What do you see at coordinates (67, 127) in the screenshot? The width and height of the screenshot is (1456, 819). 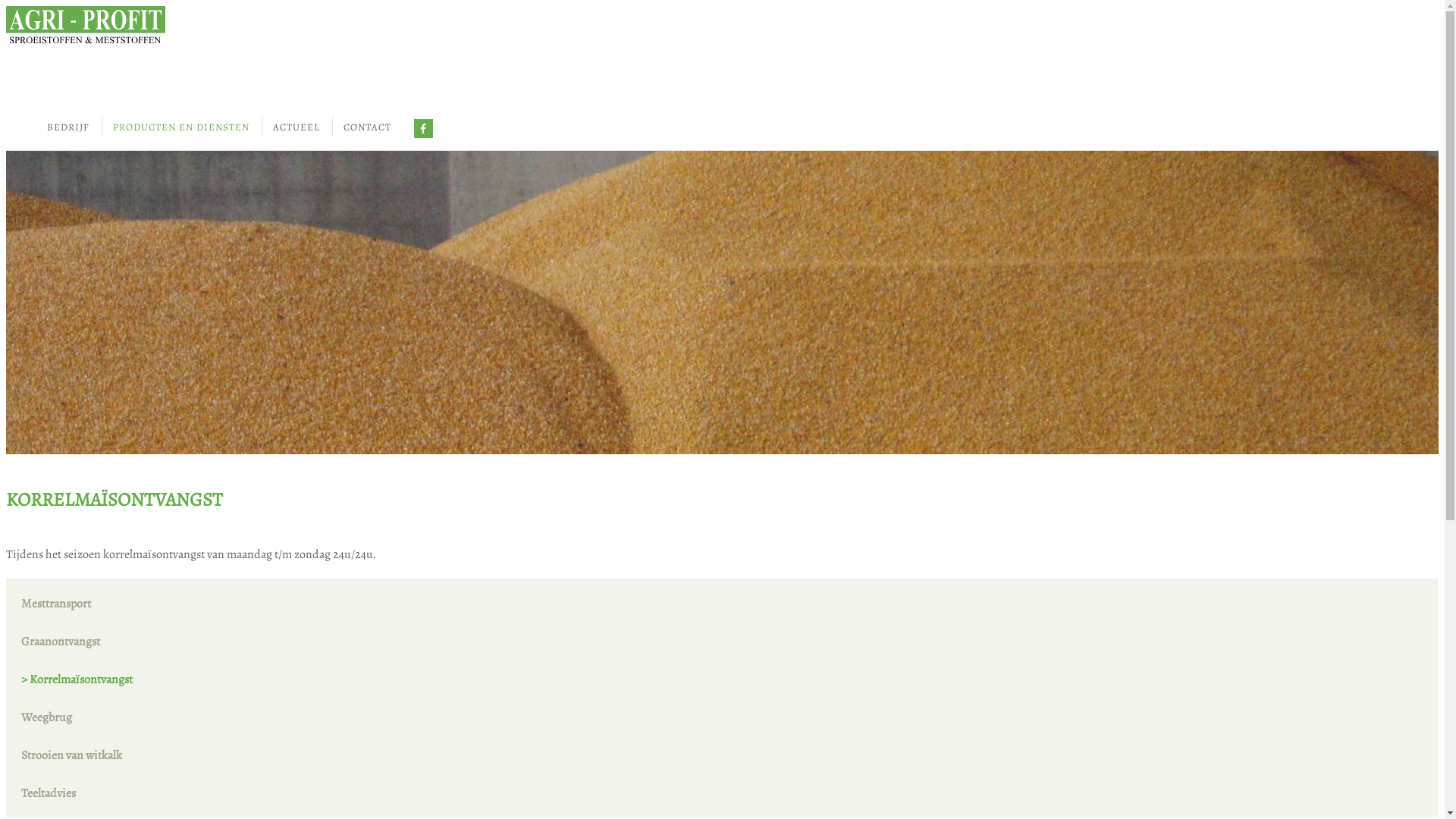 I see `'BEDRIJF'` at bounding box center [67, 127].